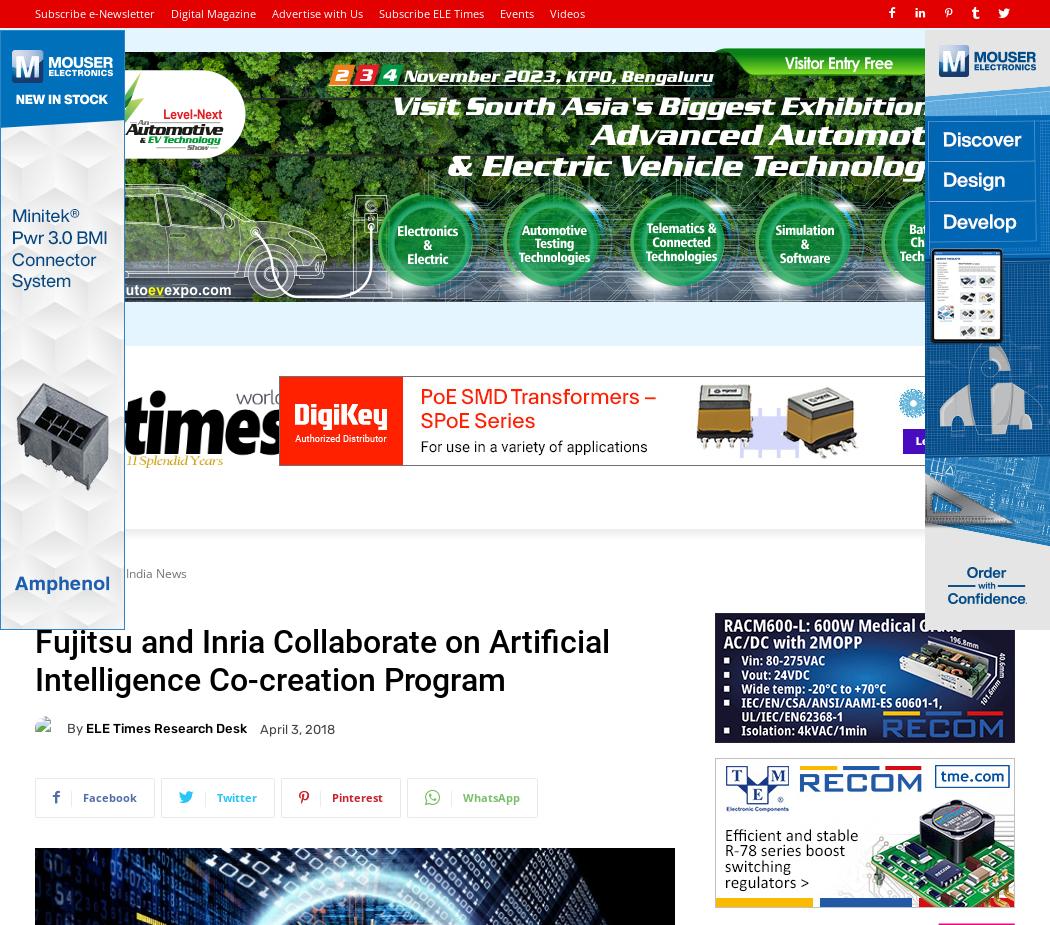 This screenshot has width=1050, height=925. Describe the element at coordinates (717, 504) in the screenshot. I see `'Latest Products'` at that location.